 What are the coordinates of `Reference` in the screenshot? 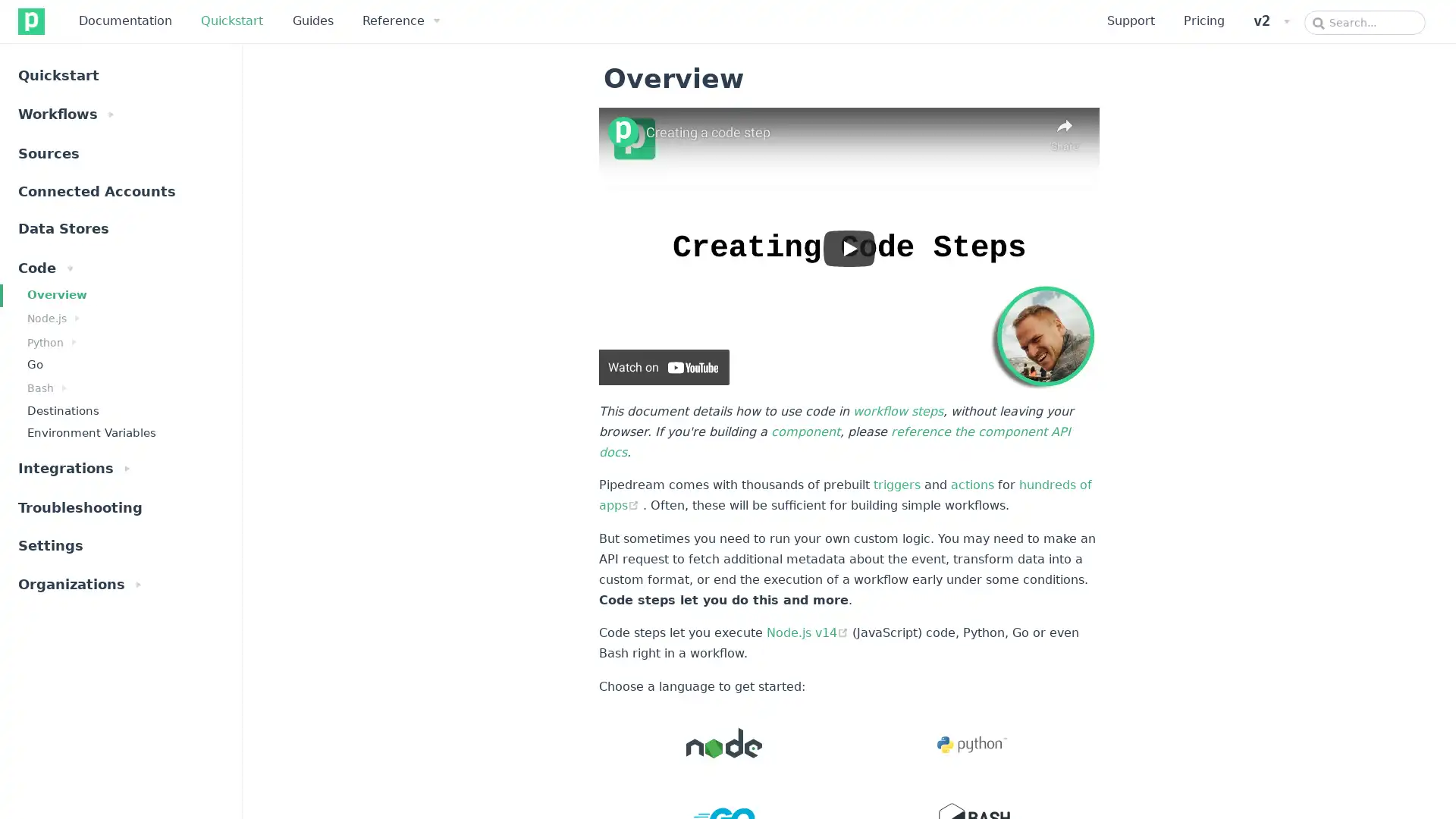 It's located at (400, 20).